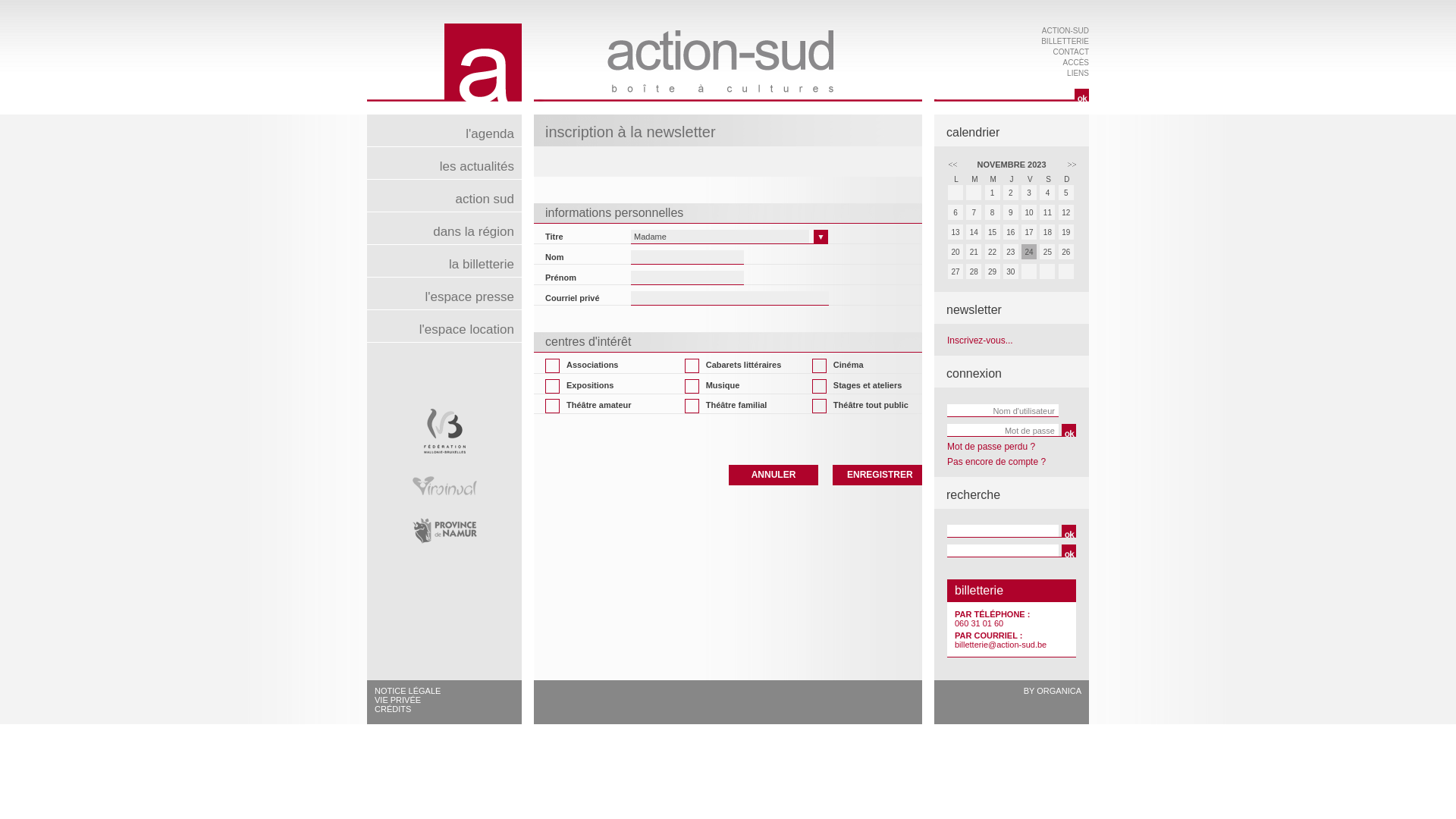 Image resolution: width=1456 pixels, height=819 pixels. Describe the element at coordinates (1051, 690) in the screenshot. I see `'BY ORGANICA'` at that location.